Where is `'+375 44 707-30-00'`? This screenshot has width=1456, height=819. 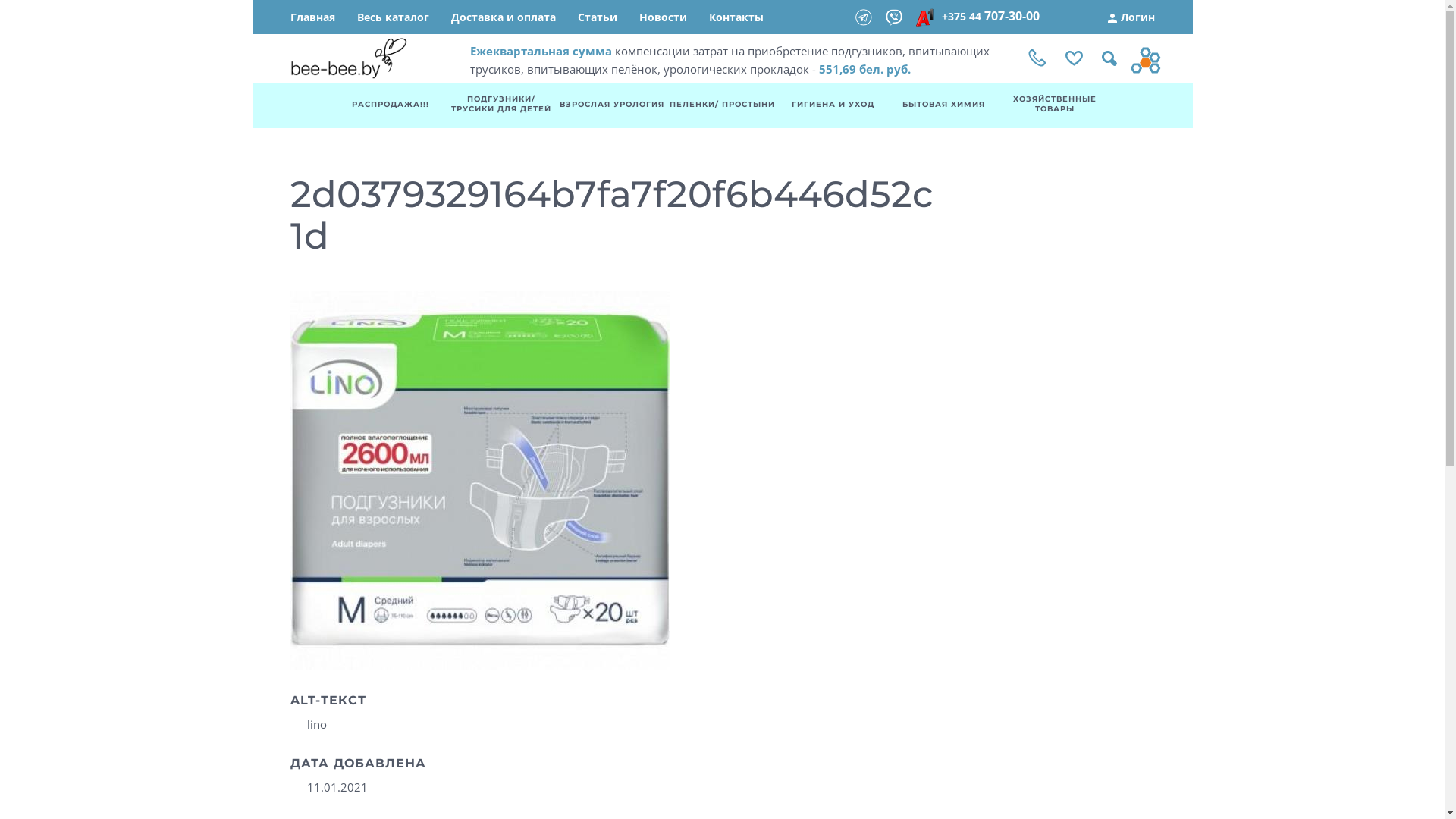 '+375 44 707-30-00' is located at coordinates (989, 16).